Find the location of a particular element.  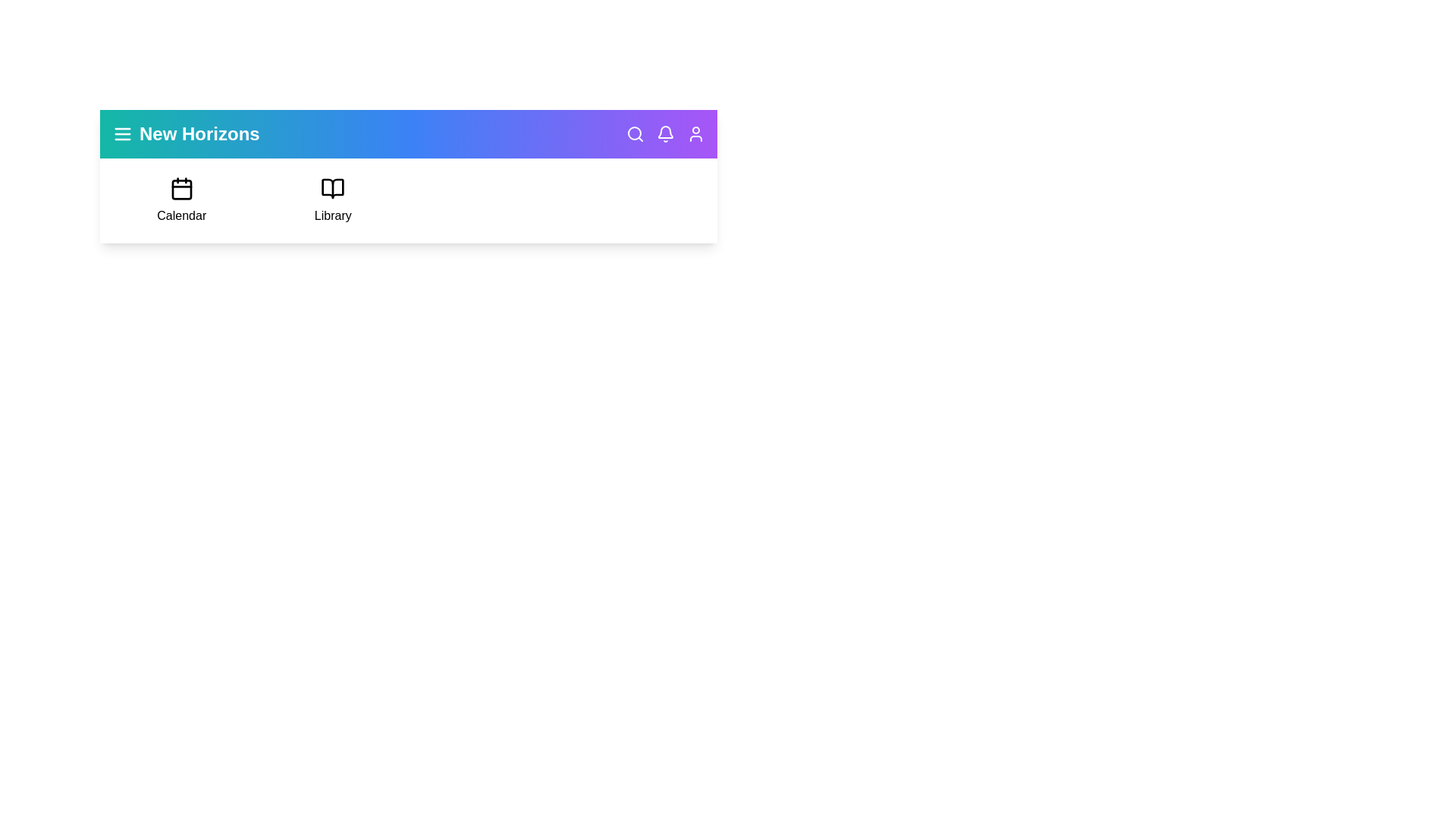

the 'Library' option in the menu is located at coordinates (331, 200).